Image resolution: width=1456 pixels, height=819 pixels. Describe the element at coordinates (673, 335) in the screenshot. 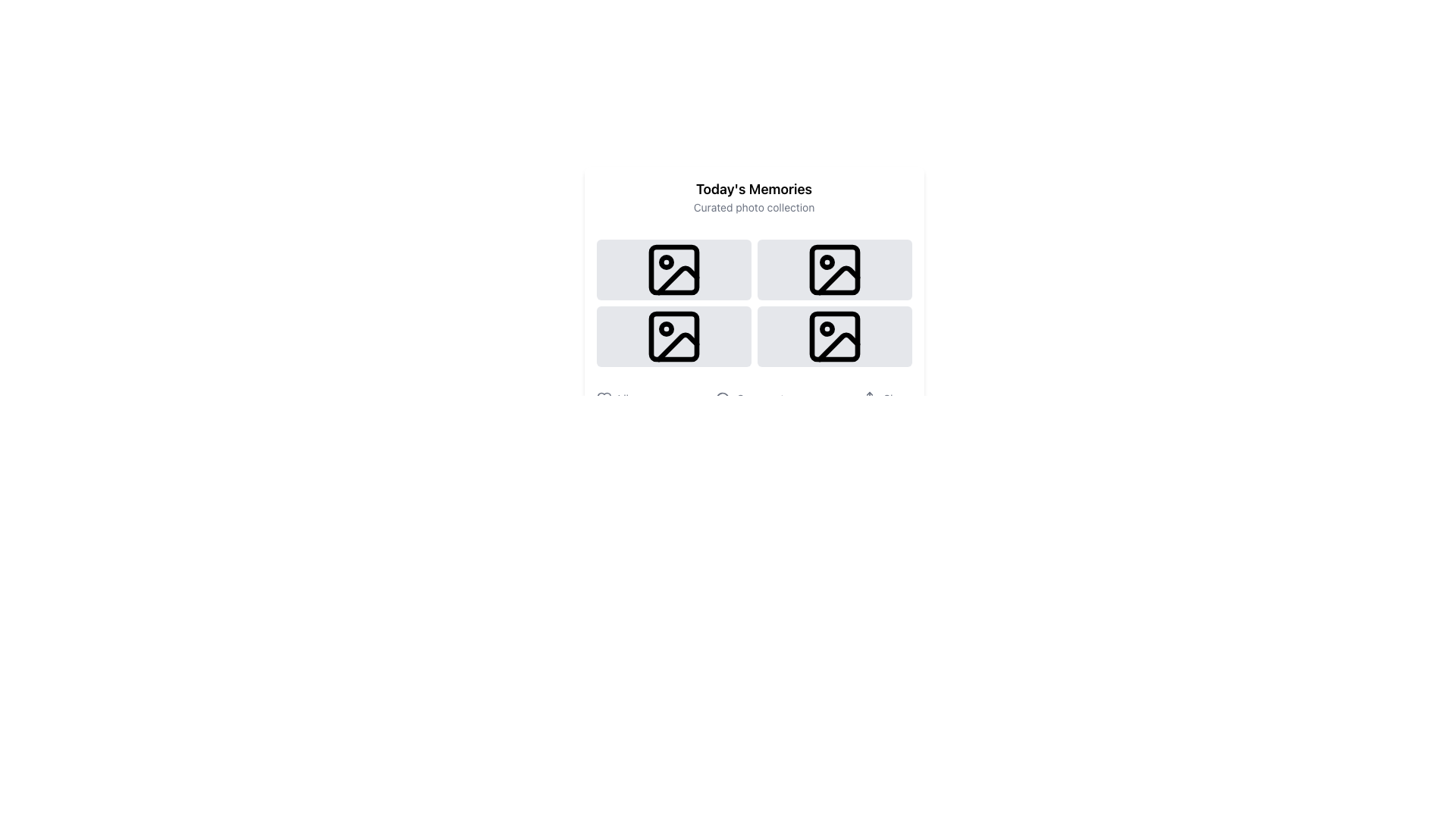

I see `outer rectangle of the SVG icon representing 'Today's Memories' located in the bottom-left quadrant of a 2x2 grid layout` at that location.